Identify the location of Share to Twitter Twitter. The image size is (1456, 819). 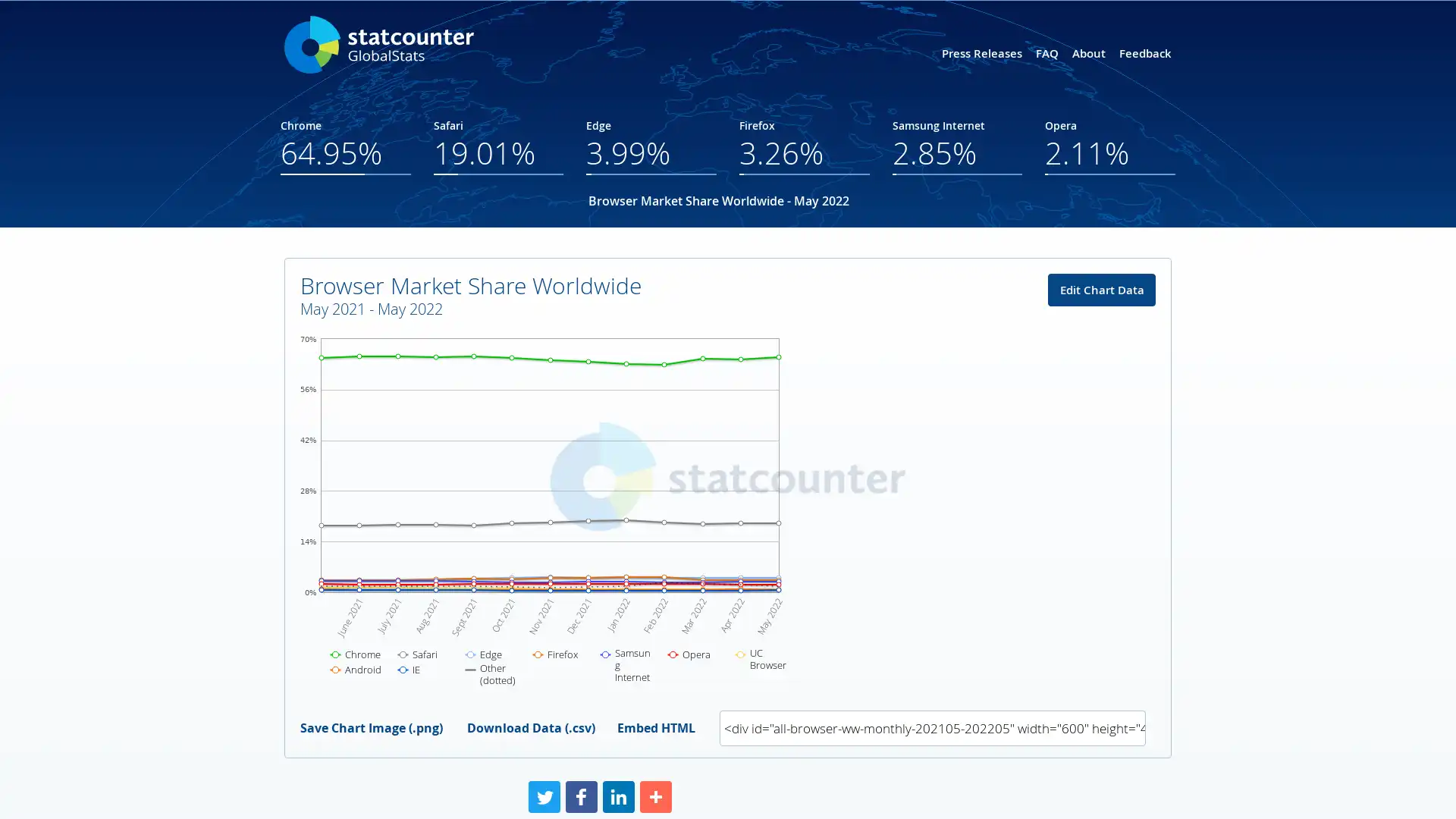
(565, 795).